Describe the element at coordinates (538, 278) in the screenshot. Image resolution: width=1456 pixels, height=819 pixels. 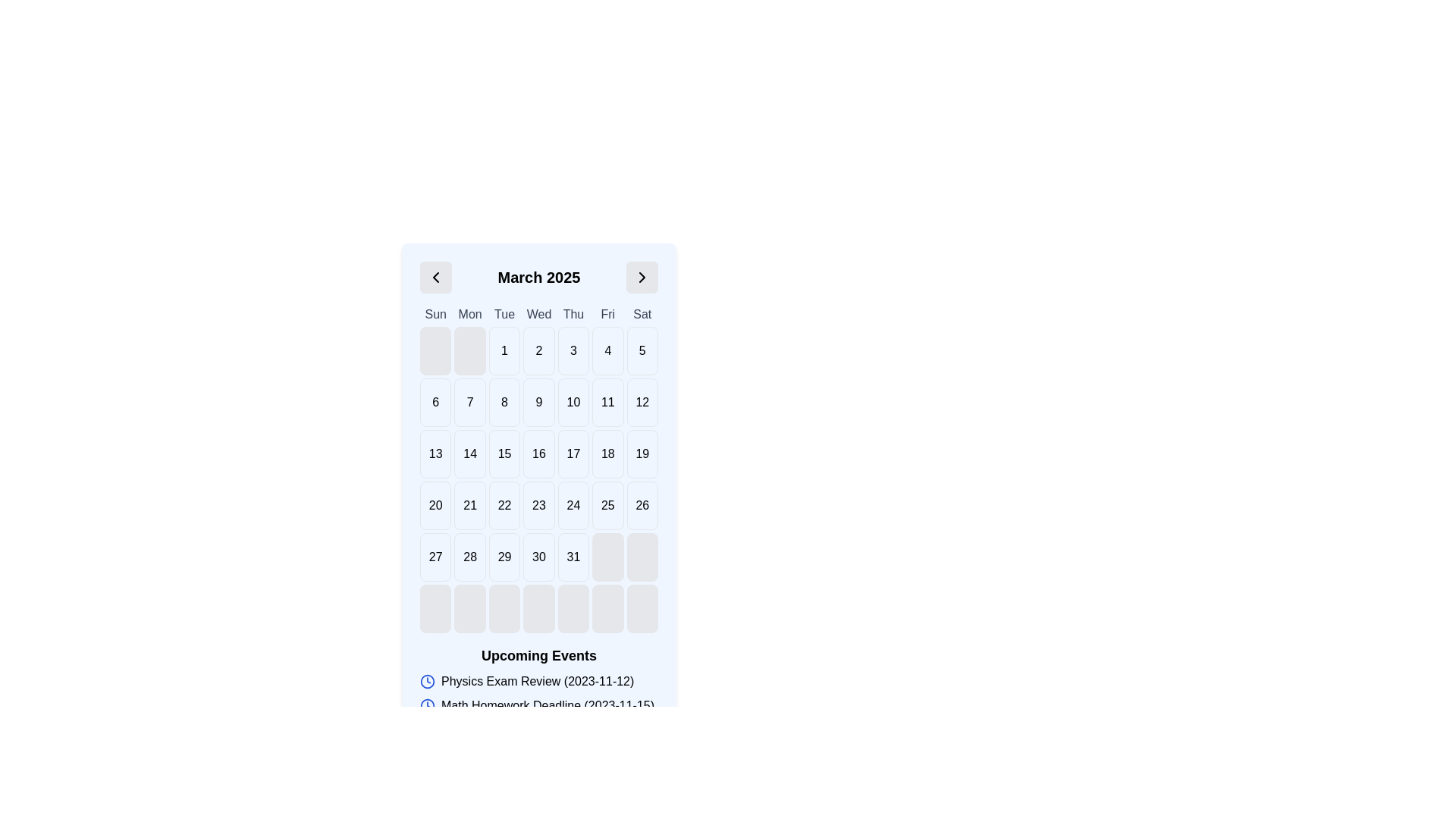
I see `text displayed in the bold text label indicating the title 'March 2025', which is centrally positioned in the header row of the calendar interface` at that location.